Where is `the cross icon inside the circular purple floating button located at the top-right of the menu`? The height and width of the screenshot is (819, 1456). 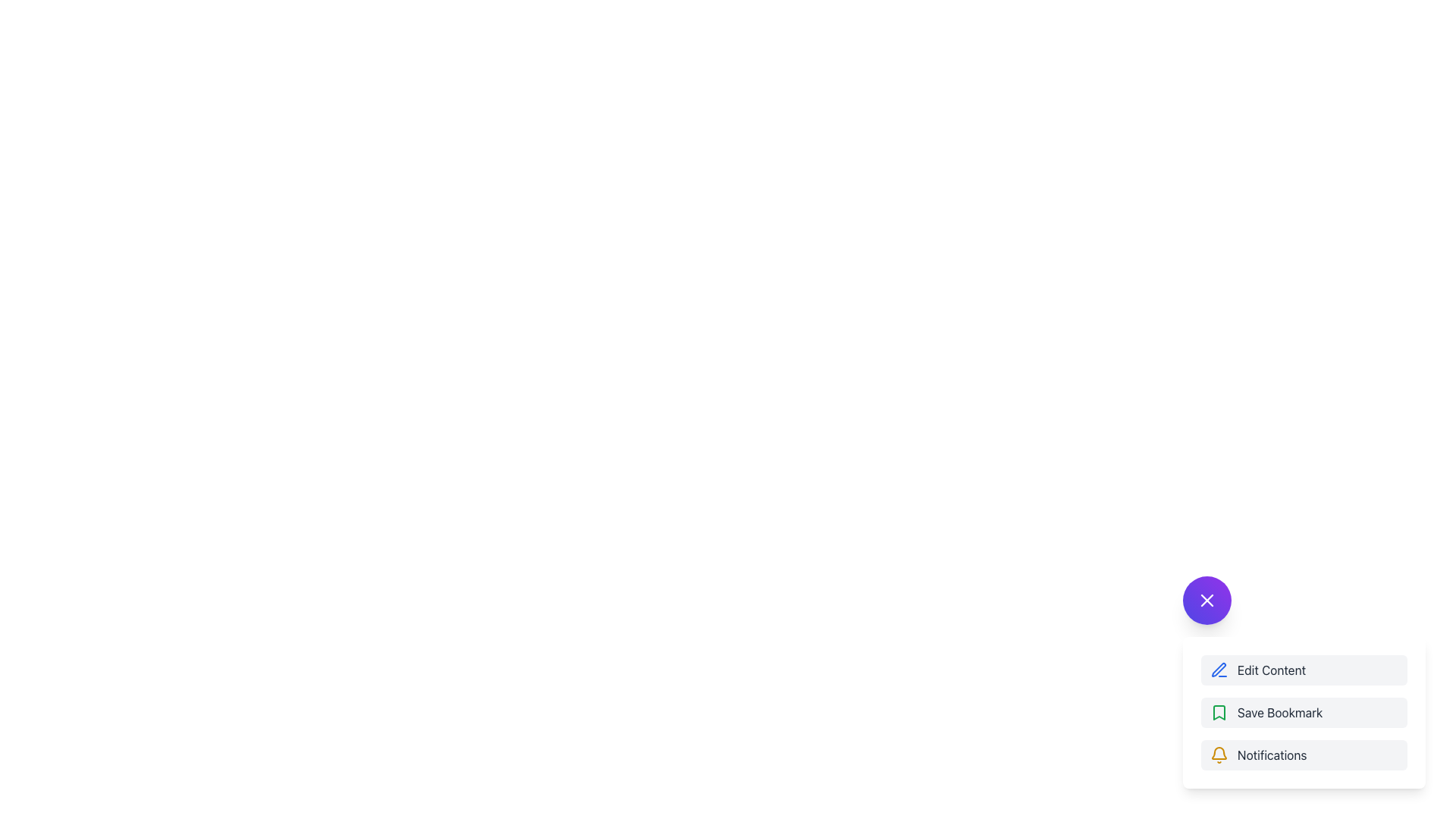 the cross icon inside the circular purple floating button located at the top-right of the menu is located at coordinates (1207, 599).